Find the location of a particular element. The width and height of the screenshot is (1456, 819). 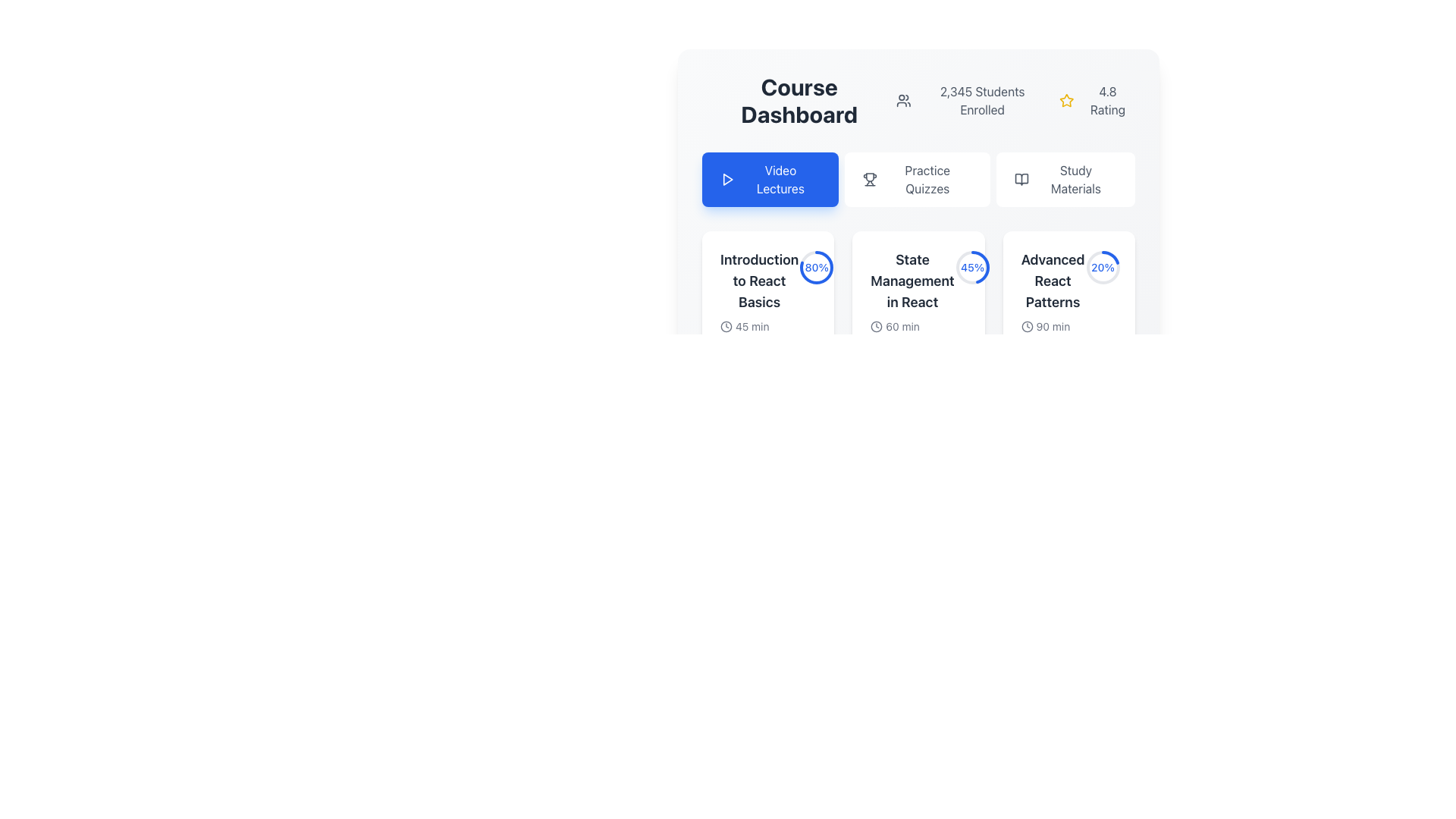

the study materials button located in the top right portion of the 'Course Dashboard', which is the third button in a horizontal group of three buttons is located at coordinates (1065, 178).